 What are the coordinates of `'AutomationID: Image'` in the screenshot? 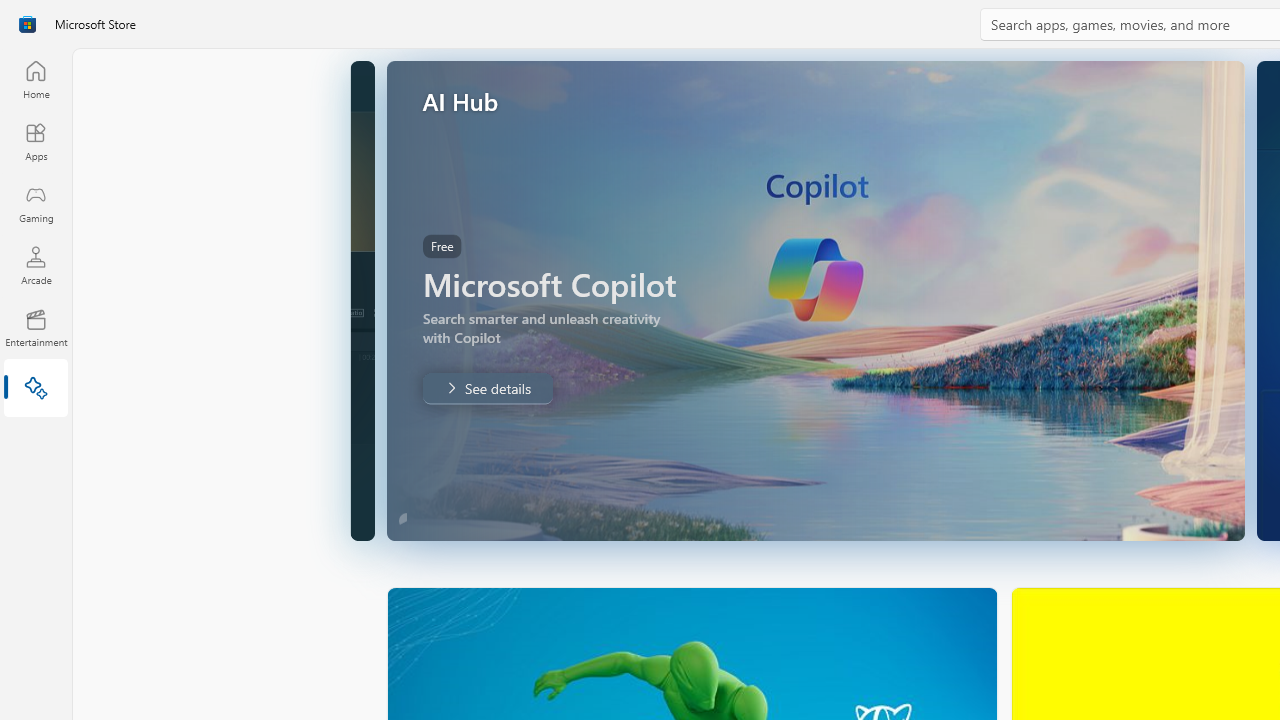 It's located at (815, 300).